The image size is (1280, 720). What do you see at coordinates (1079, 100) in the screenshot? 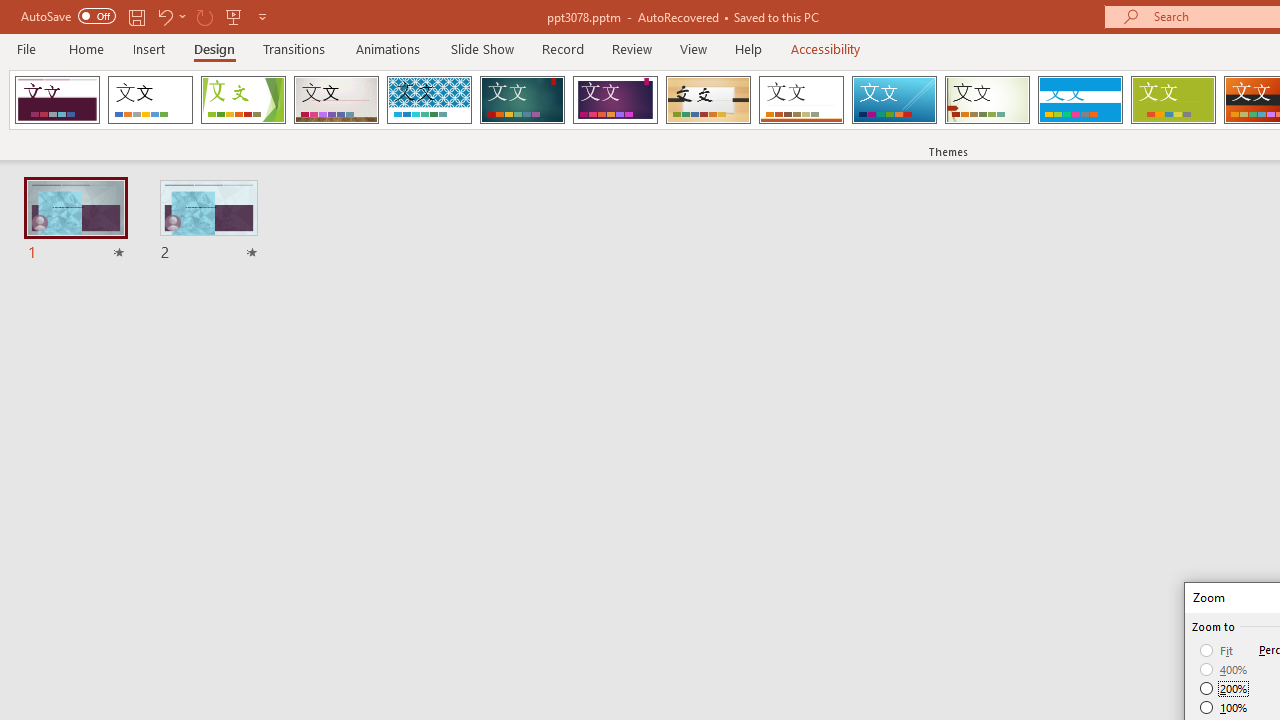
I see `'Banded'` at bounding box center [1079, 100].